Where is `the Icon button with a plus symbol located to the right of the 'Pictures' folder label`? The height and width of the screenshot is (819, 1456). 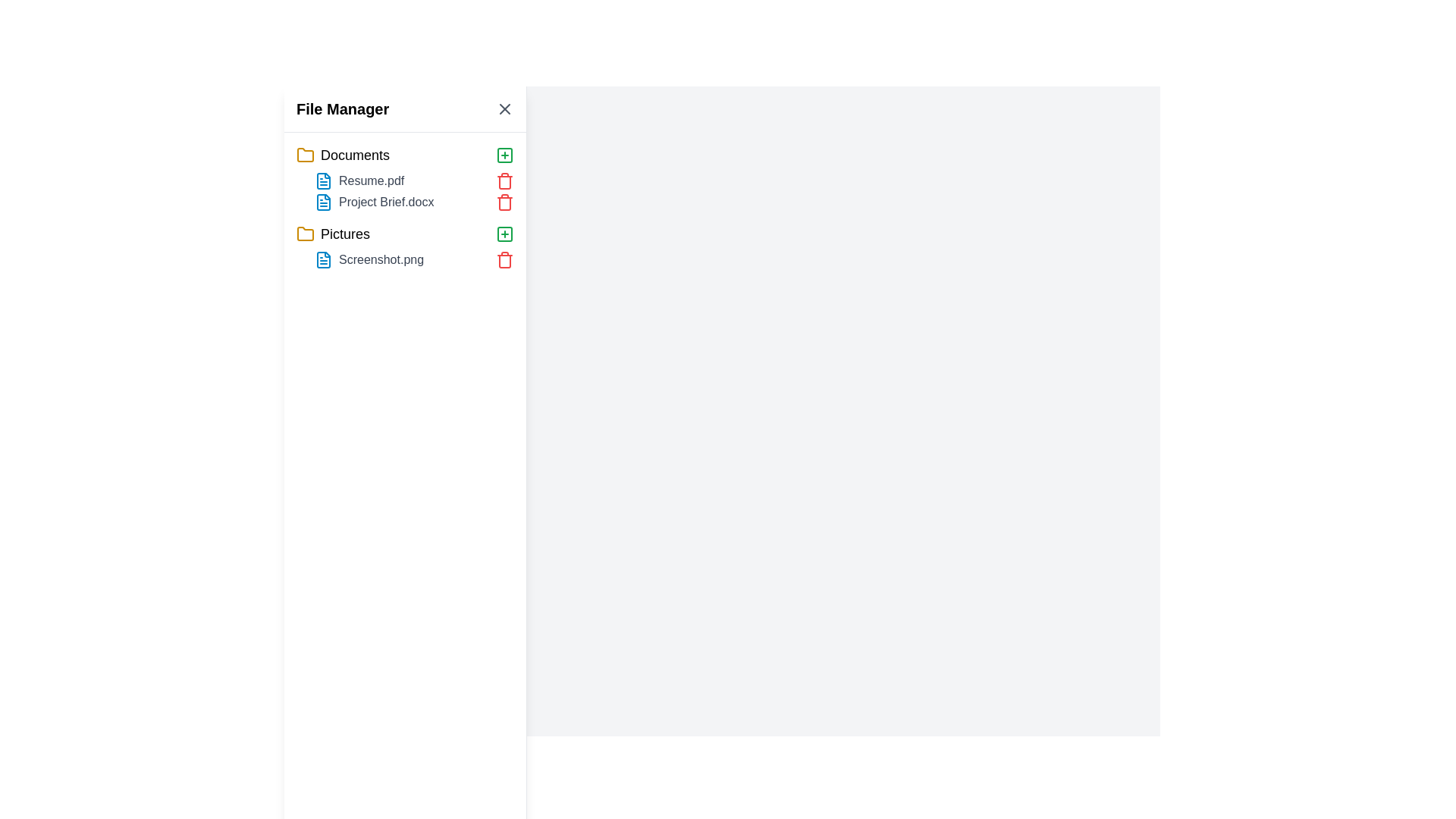
the Icon button with a plus symbol located to the right of the 'Pictures' folder label is located at coordinates (505, 234).